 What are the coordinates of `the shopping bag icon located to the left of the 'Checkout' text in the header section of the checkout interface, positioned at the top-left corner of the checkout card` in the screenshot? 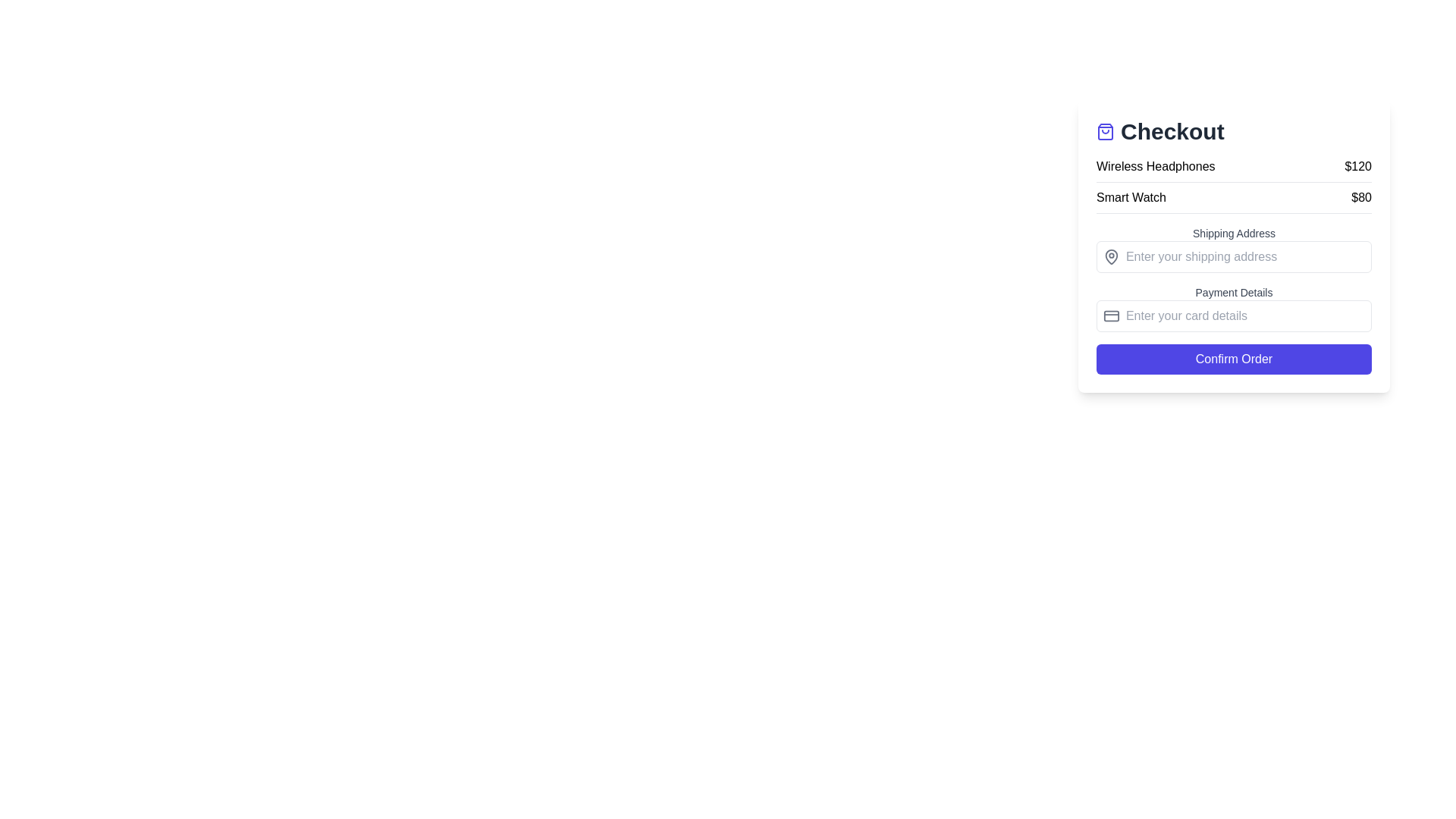 It's located at (1106, 130).